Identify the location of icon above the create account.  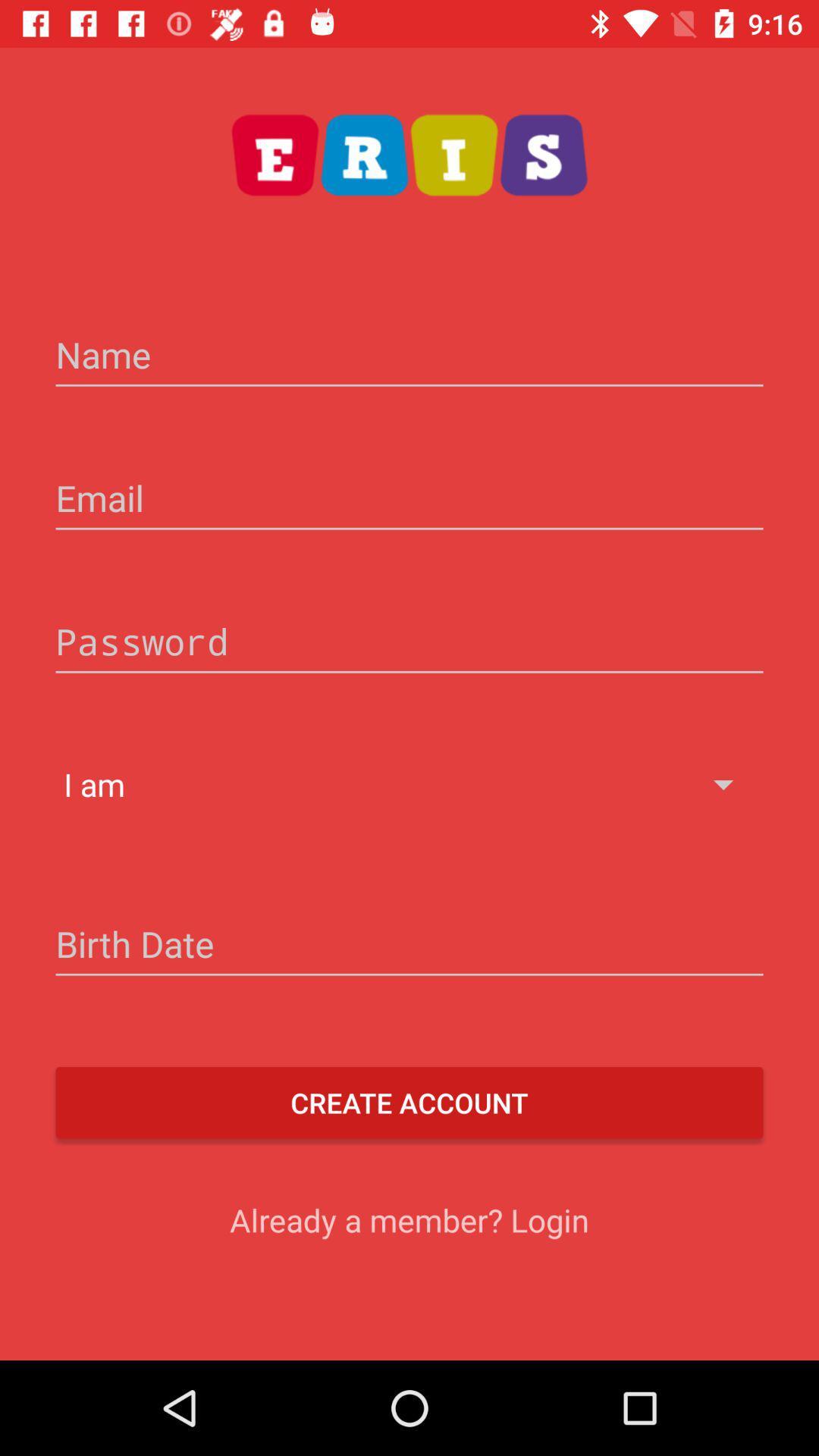
(409, 946).